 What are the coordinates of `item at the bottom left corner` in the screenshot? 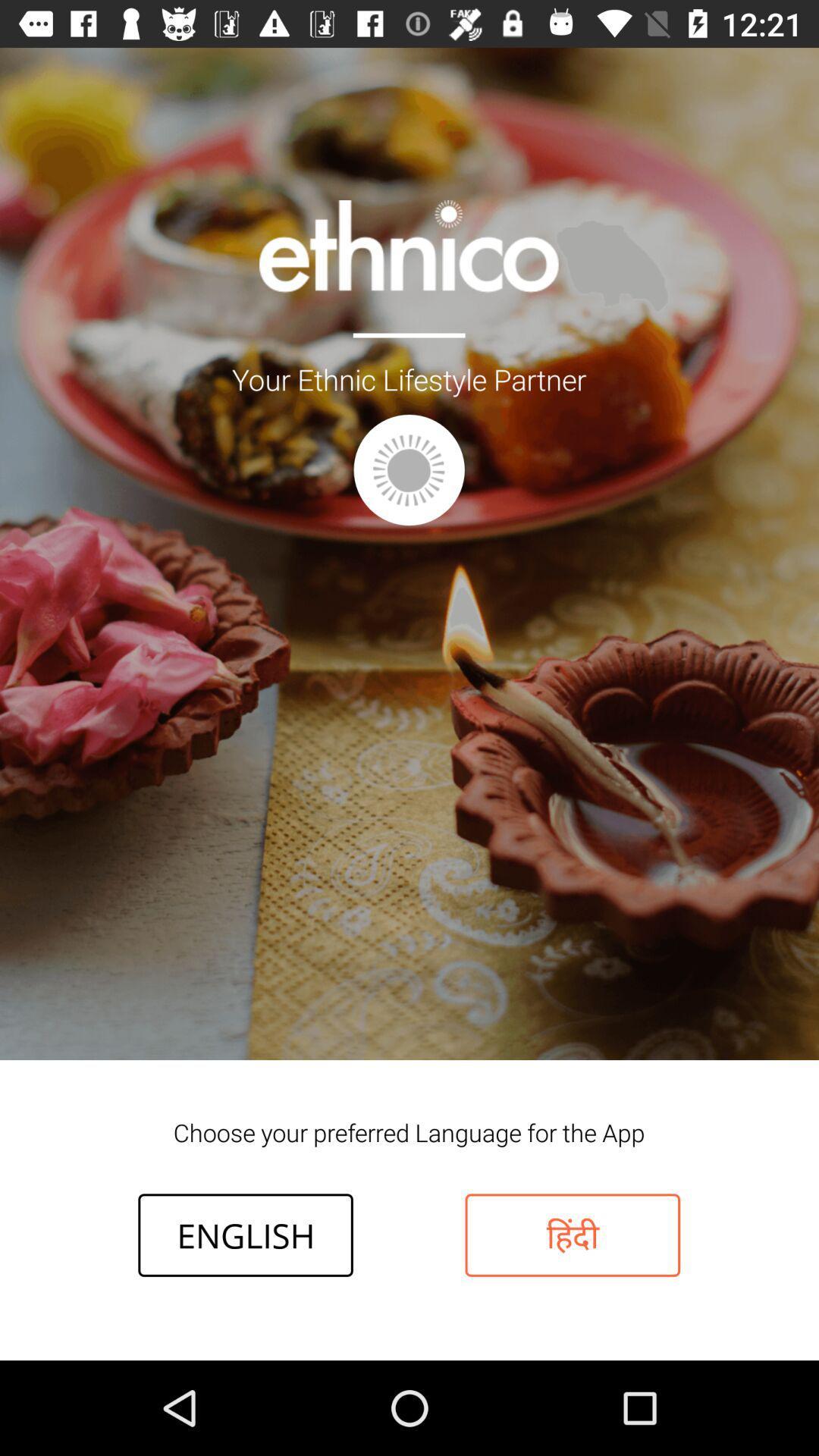 It's located at (245, 1235).